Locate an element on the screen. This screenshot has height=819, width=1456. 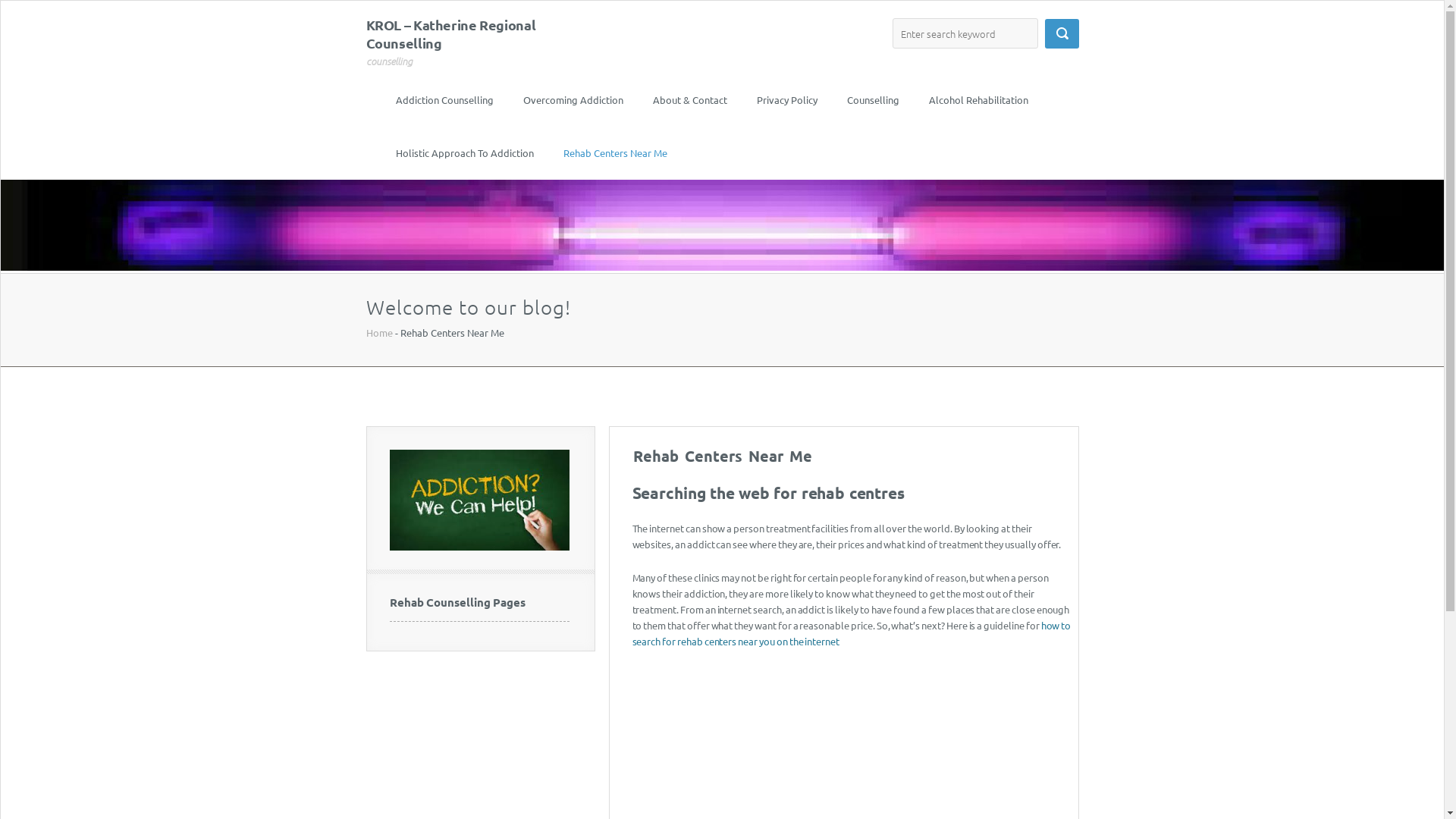
'Home' is located at coordinates (378, 331).